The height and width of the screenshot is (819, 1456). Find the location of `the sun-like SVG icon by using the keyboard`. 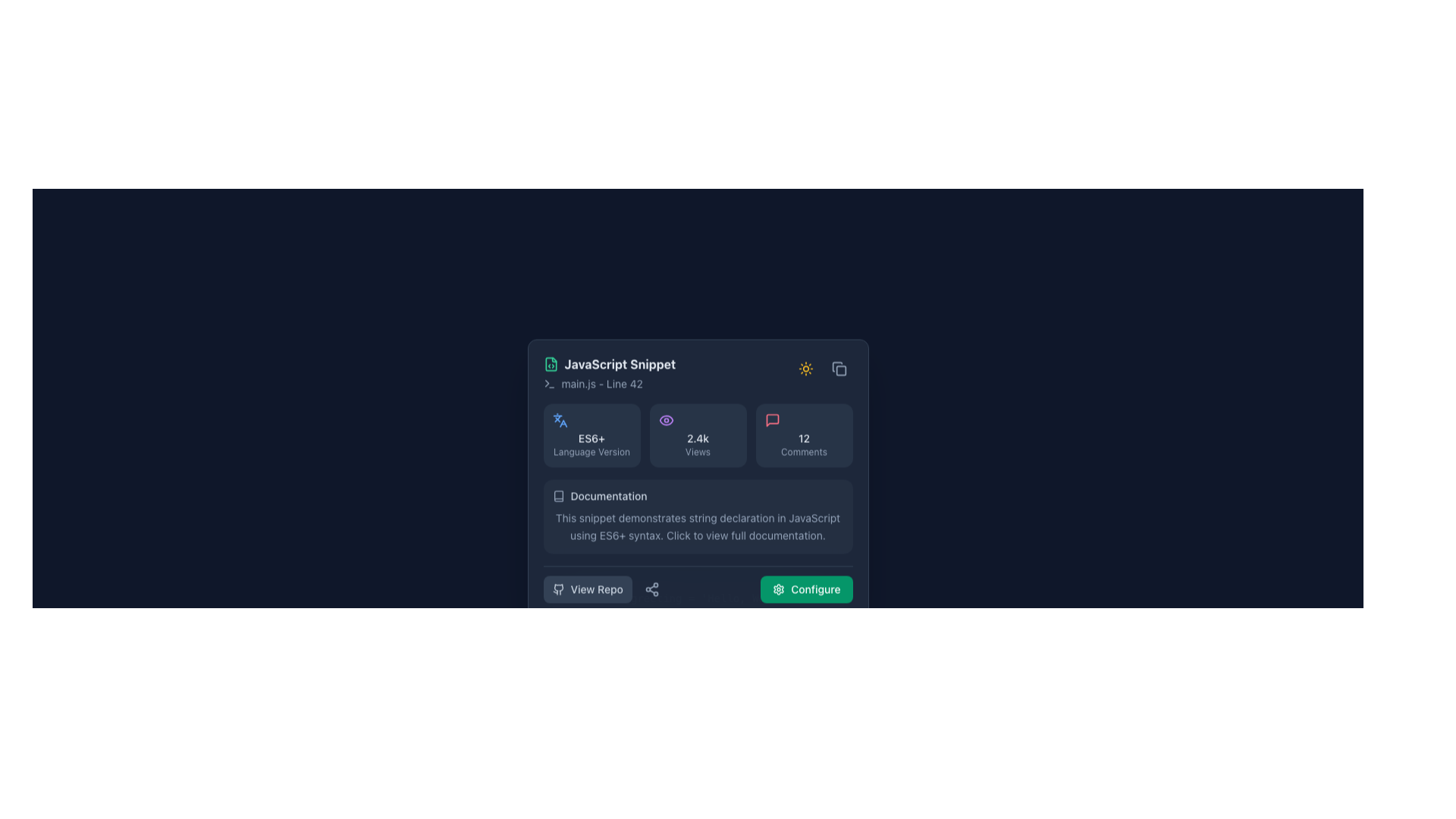

the sun-like SVG icon by using the keyboard is located at coordinates (805, 369).